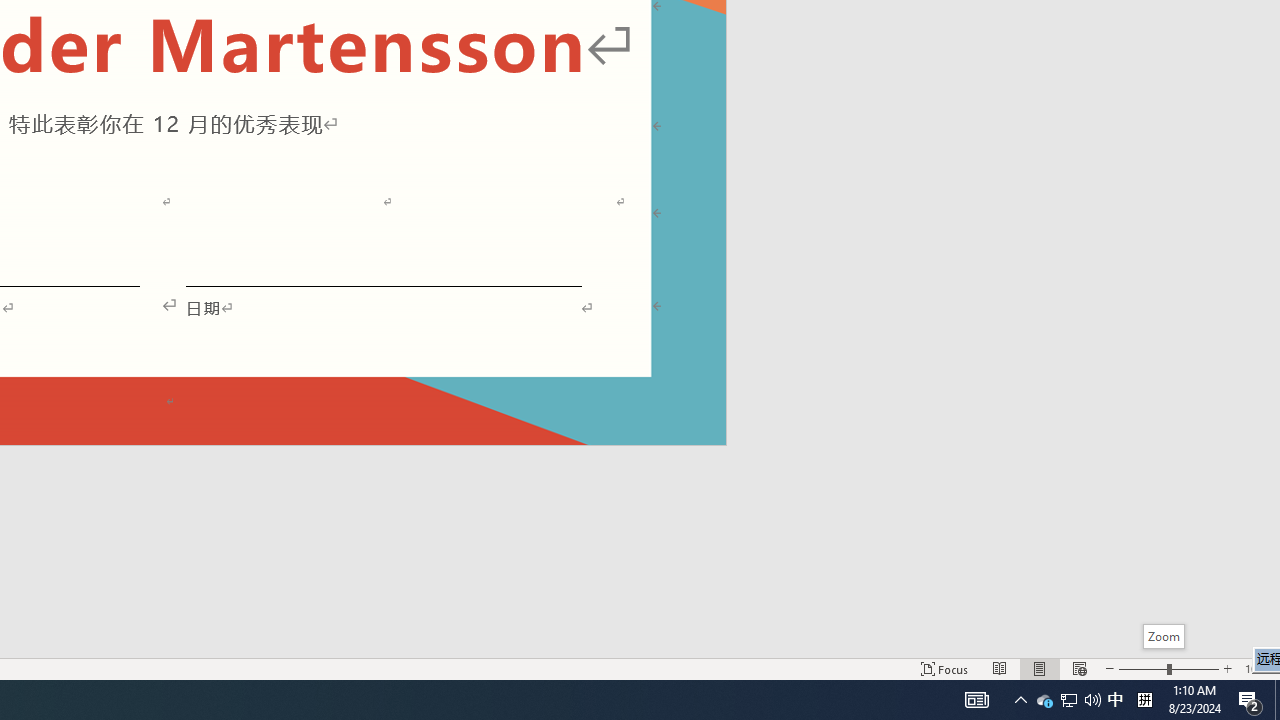 The width and height of the screenshot is (1280, 720). What do you see at coordinates (1257, 669) in the screenshot?
I see `'Zoom 100%'` at bounding box center [1257, 669].